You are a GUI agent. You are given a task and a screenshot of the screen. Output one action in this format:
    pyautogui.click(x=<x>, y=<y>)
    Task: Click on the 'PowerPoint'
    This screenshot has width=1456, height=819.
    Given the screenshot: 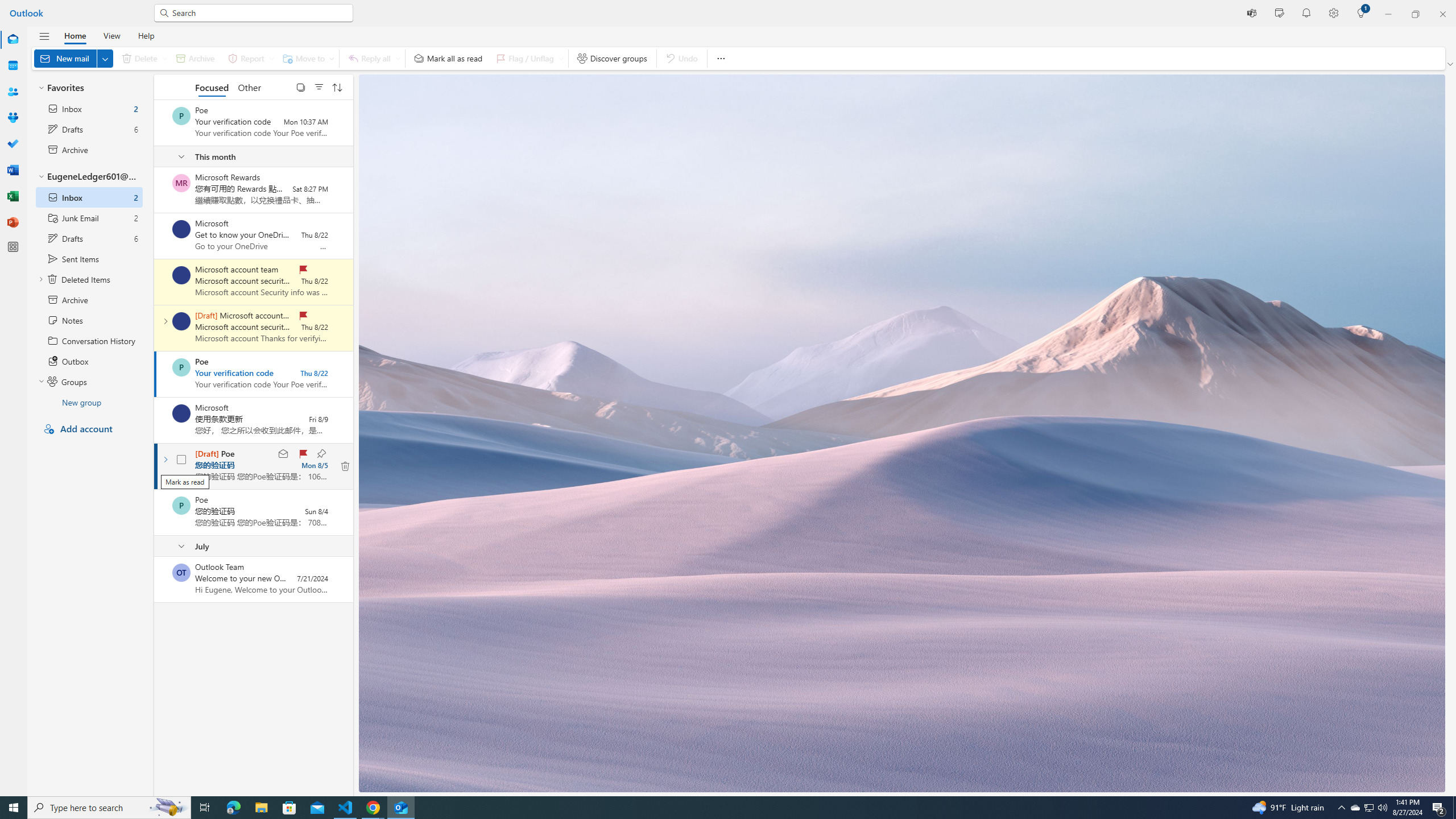 What is the action you would take?
    pyautogui.click(x=13, y=222)
    